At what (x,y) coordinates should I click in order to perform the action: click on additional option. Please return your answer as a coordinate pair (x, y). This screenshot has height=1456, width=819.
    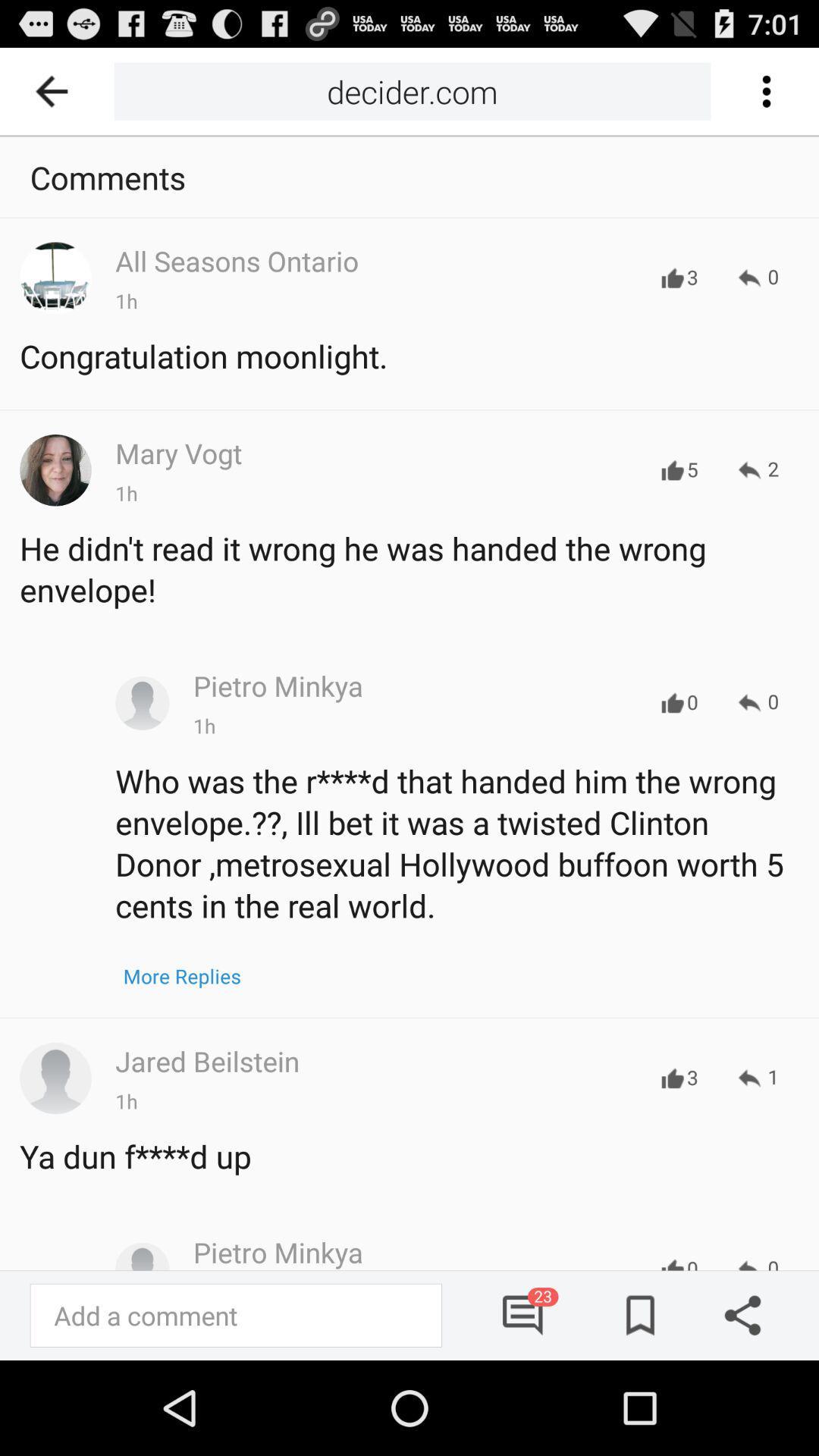
    Looking at the image, I should click on (765, 90).